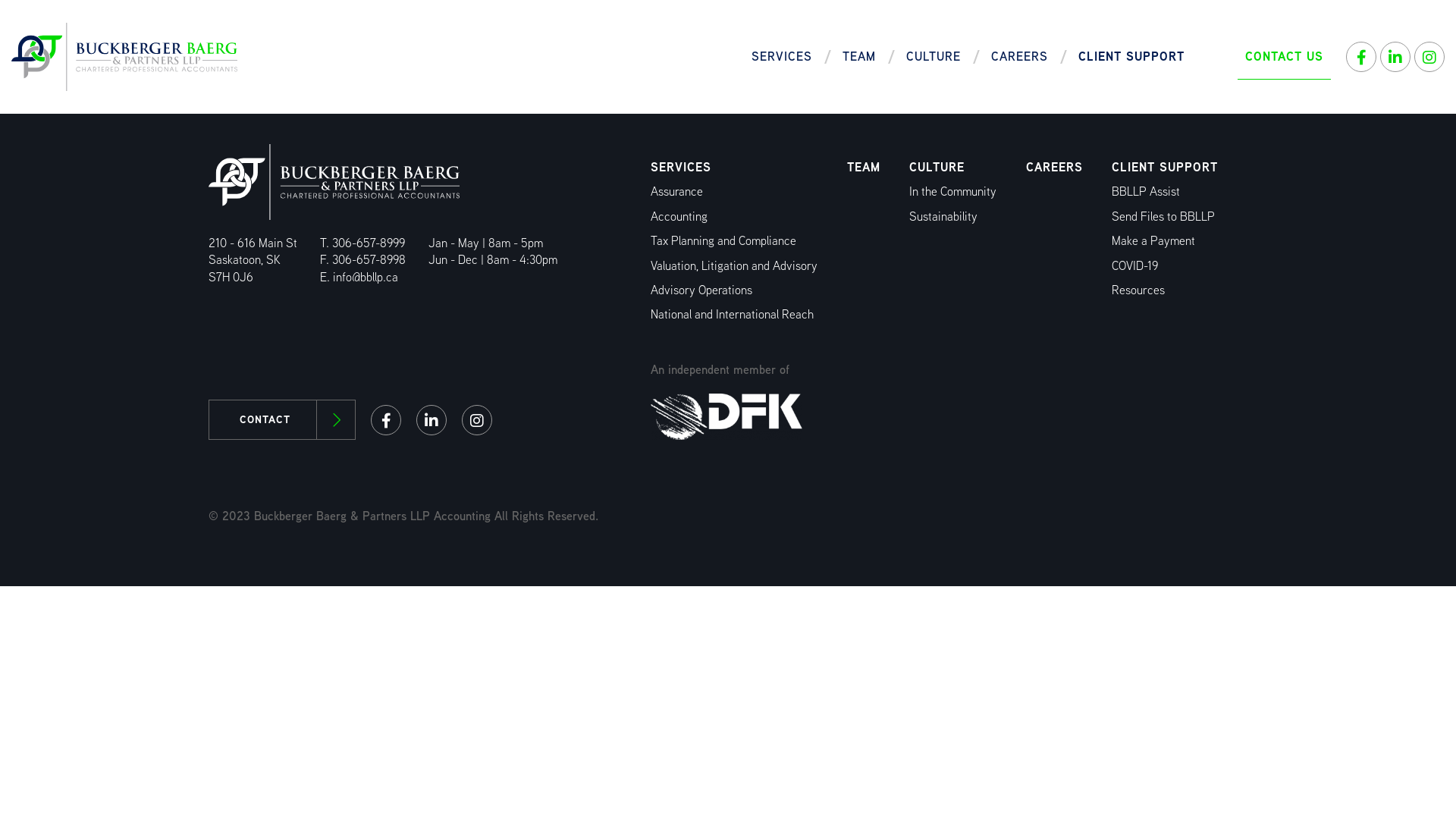 The height and width of the screenshot is (819, 1456). I want to click on 'Accounting', so click(678, 216).